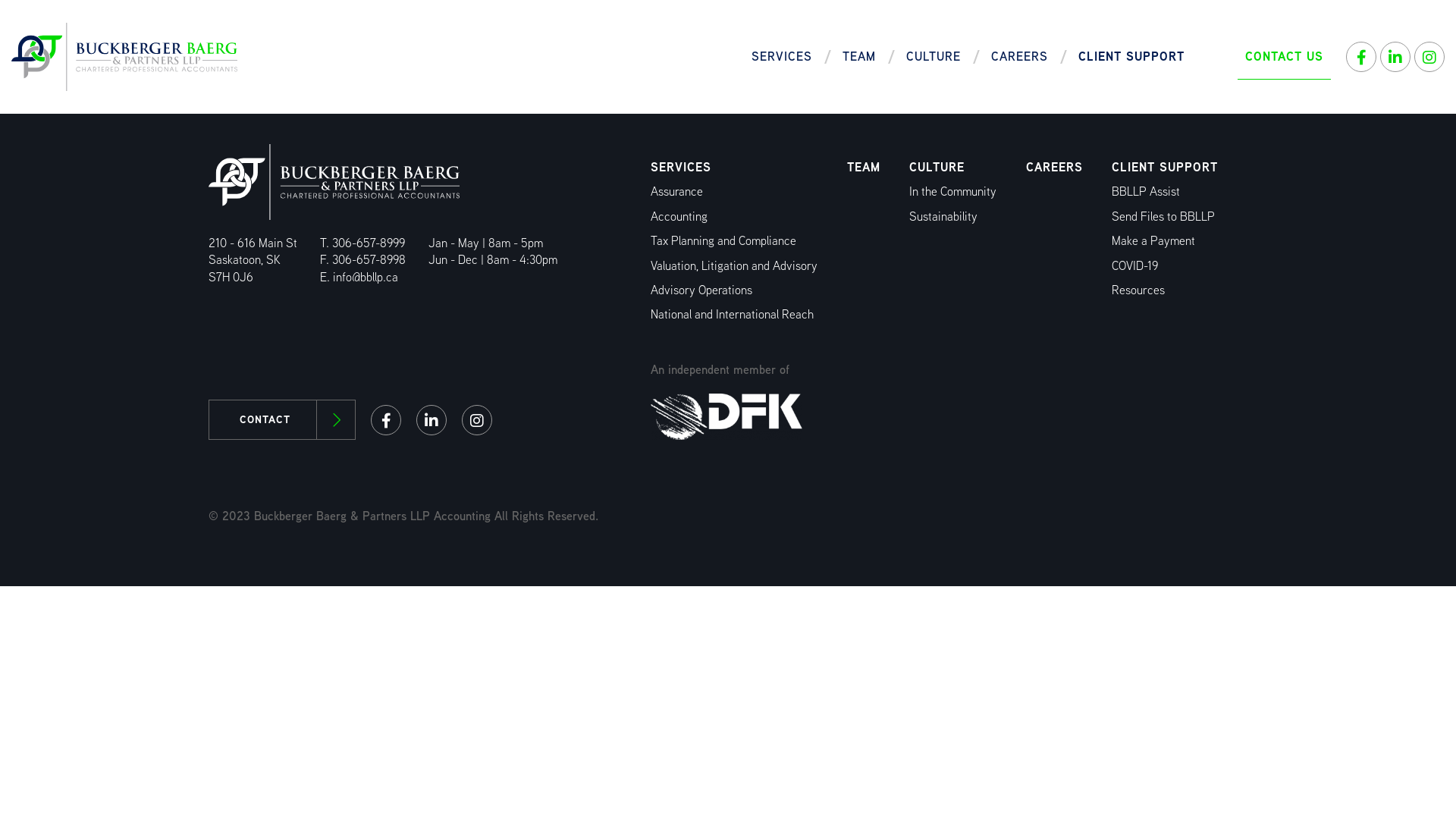 The height and width of the screenshot is (819, 1456). I want to click on 'Accounting', so click(678, 216).